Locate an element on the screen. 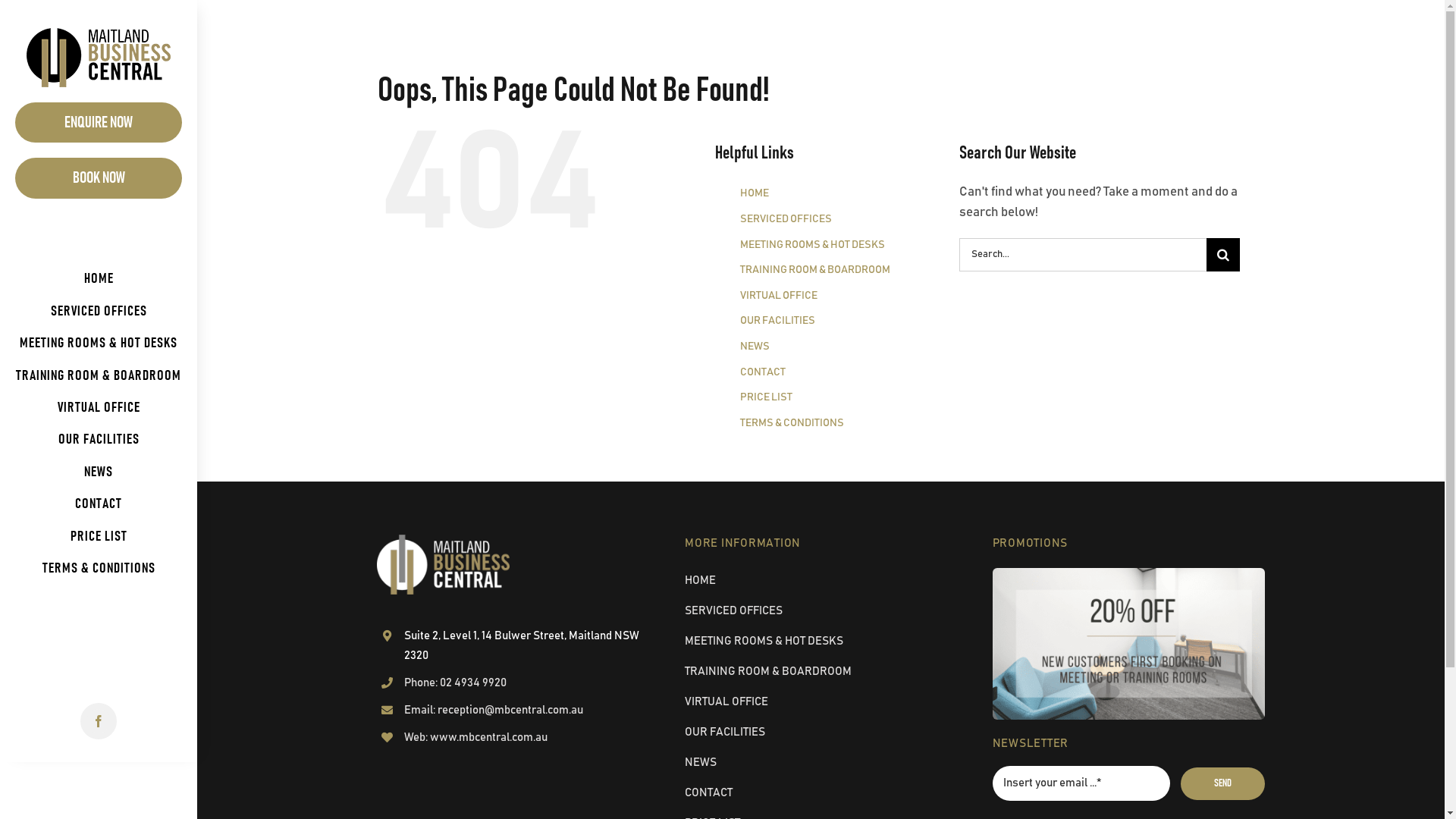 This screenshot has width=1456, height=819. 'TRAINING ROOM & BOARDROOM' is located at coordinates (97, 375).